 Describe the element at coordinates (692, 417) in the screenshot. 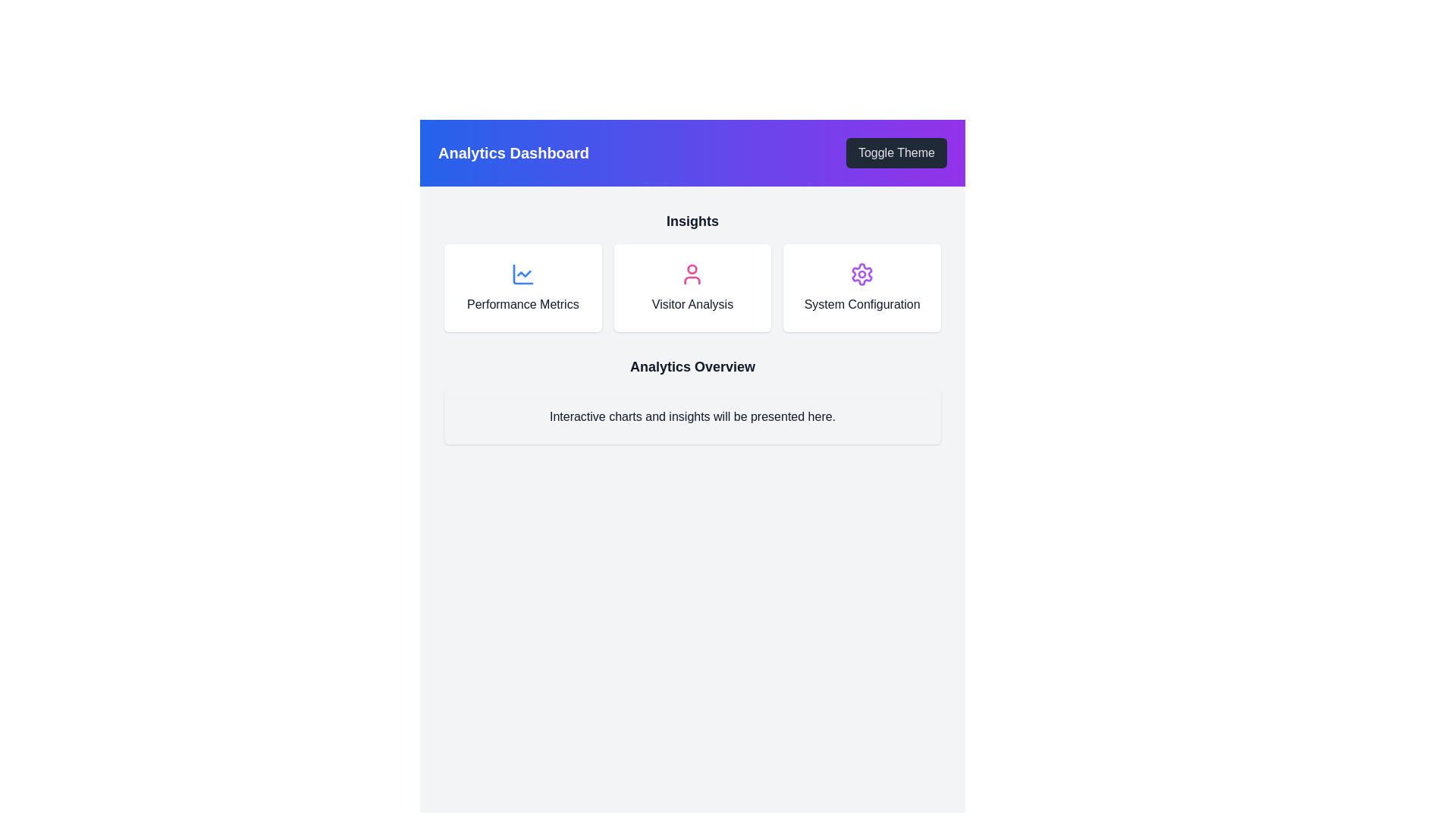

I see `the informational panel located directly below the 'Analytics Overview' heading, which serves as a placeholder for displaying interactive charts and insights` at that location.